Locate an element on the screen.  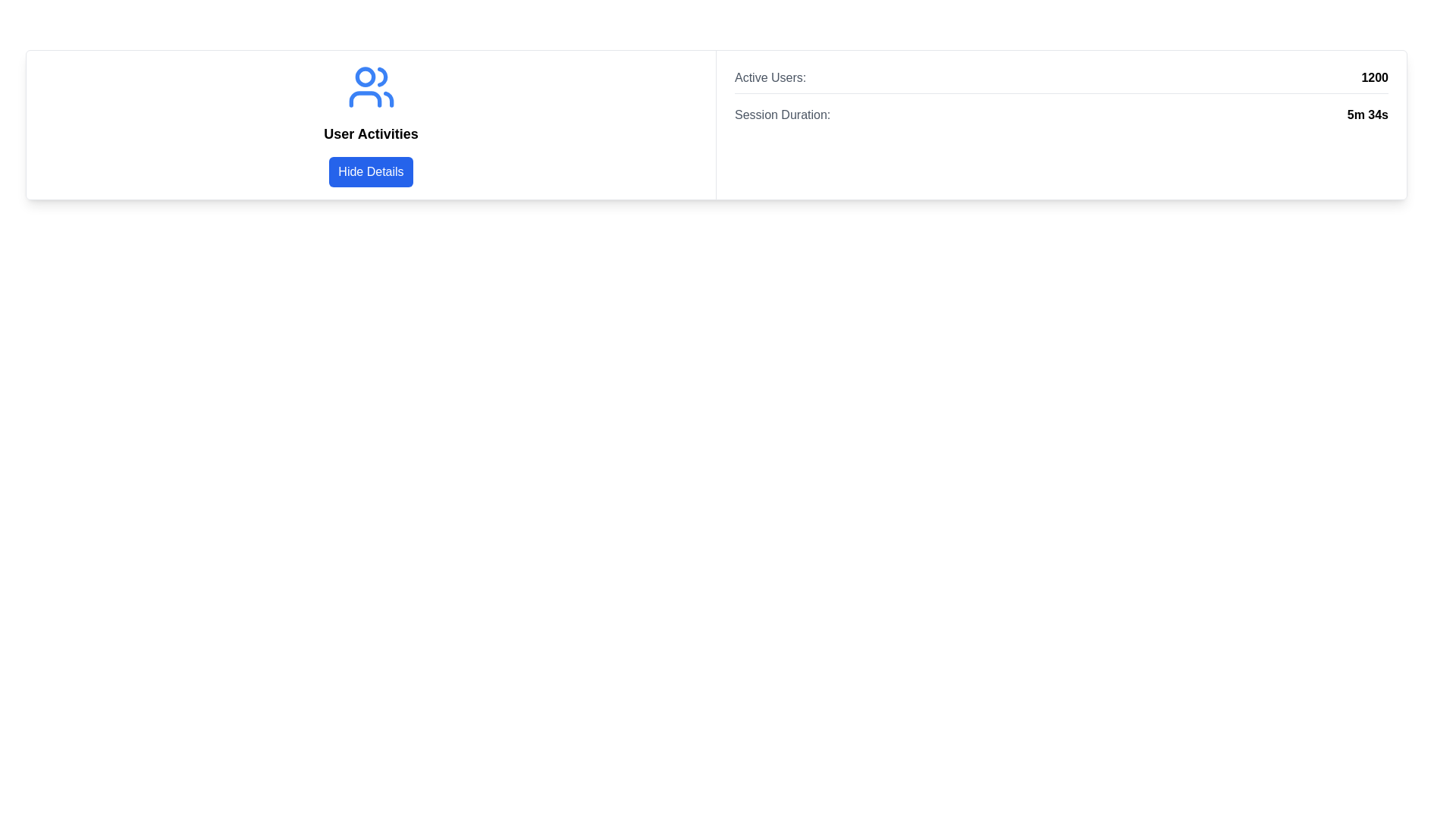
the rounded rectangular graphic element inside the blue user icon located above the 'User Activities' label is located at coordinates (365, 99).